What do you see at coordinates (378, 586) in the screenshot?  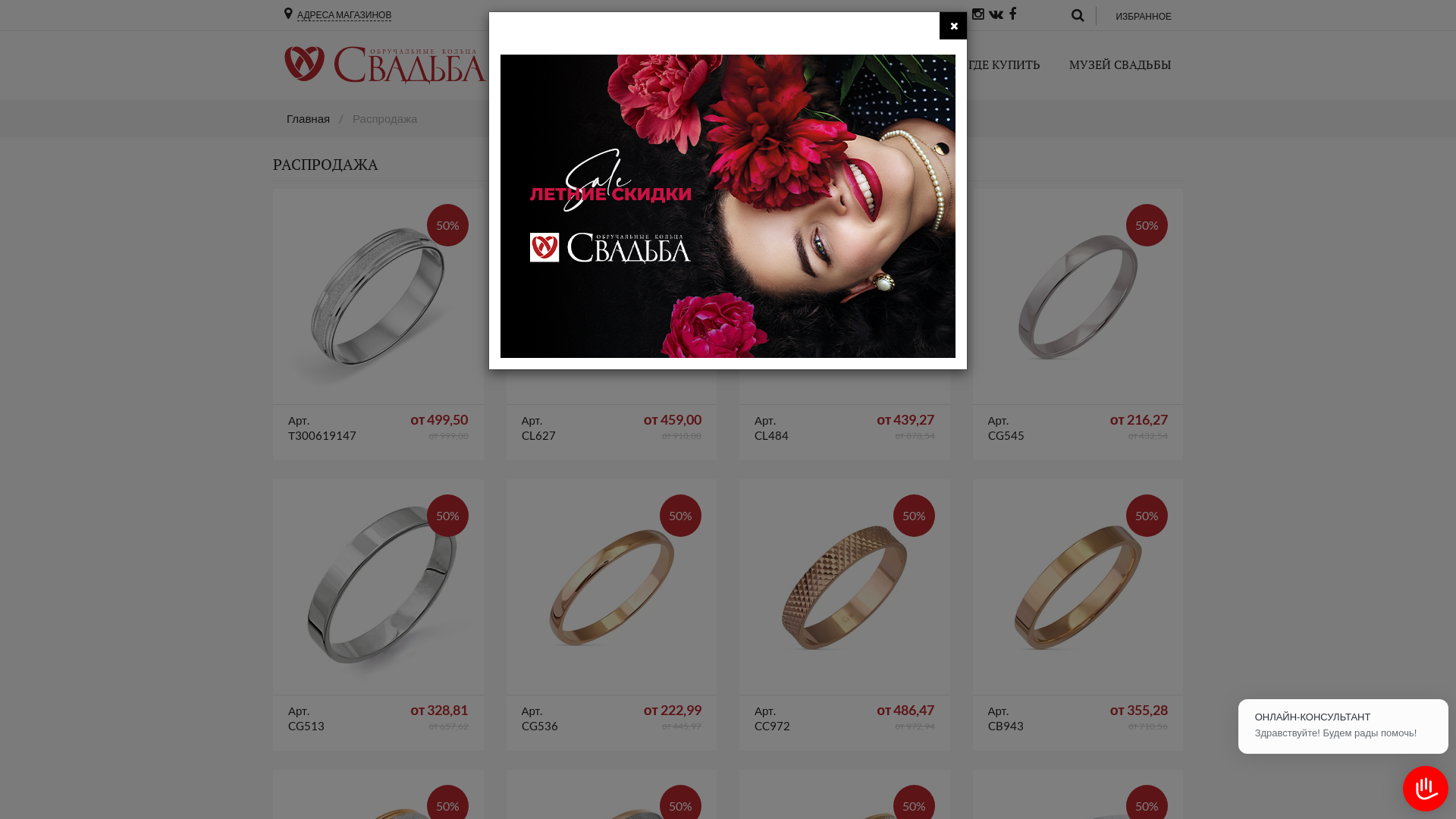 I see `'CG513'` at bounding box center [378, 586].